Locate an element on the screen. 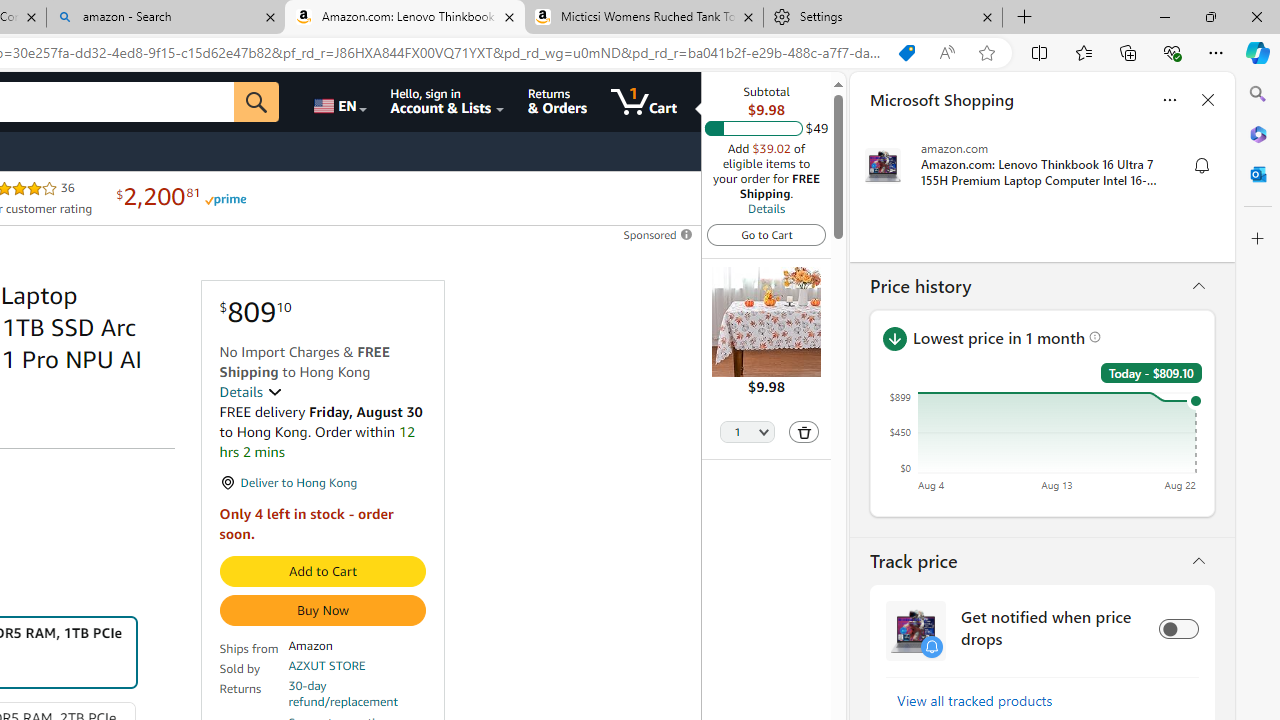  'amazon - Search' is located at coordinates (166, 17).